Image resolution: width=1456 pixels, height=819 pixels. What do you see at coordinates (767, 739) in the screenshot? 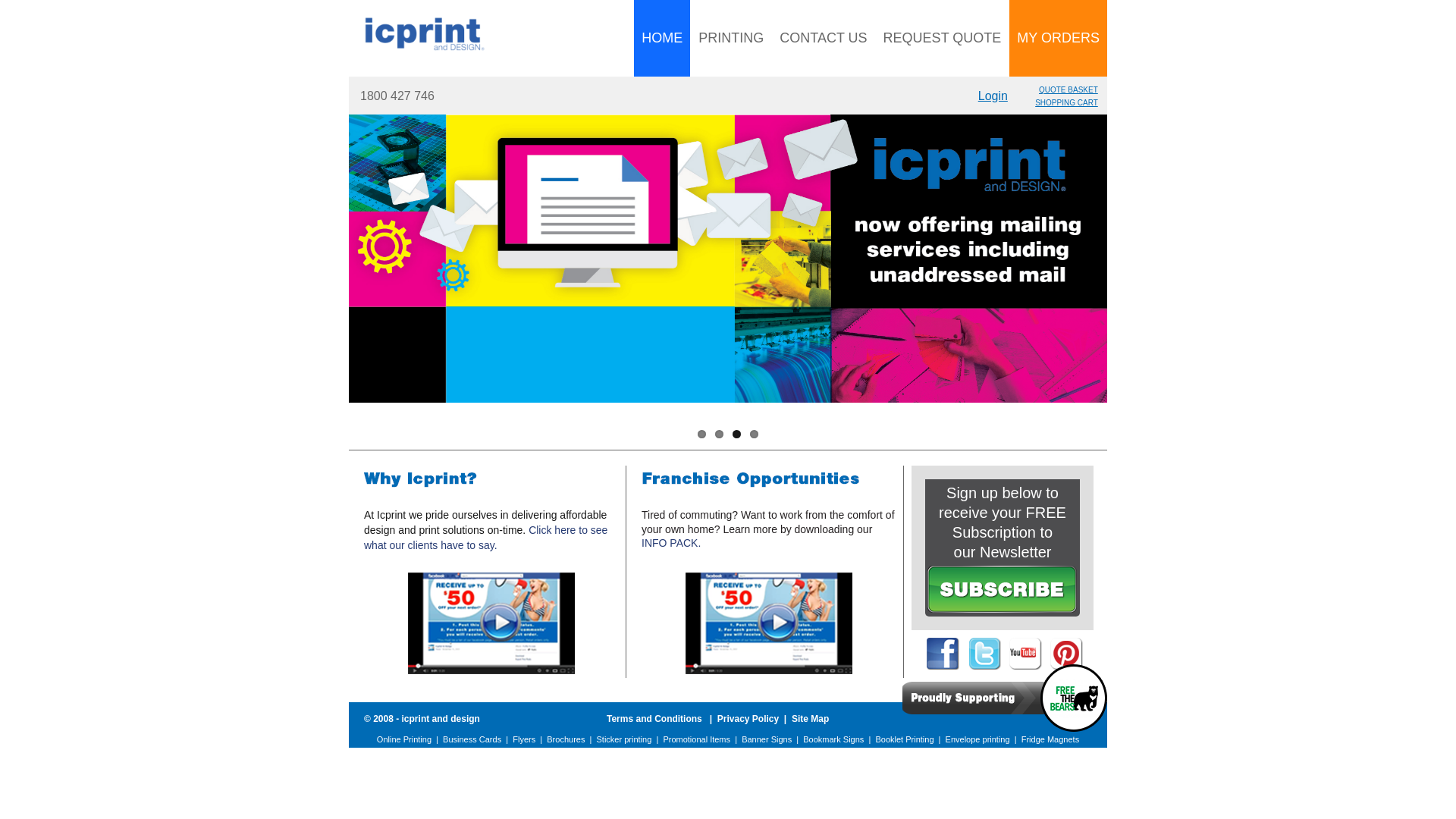
I see `'Banner Signs'` at bounding box center [767, 739].